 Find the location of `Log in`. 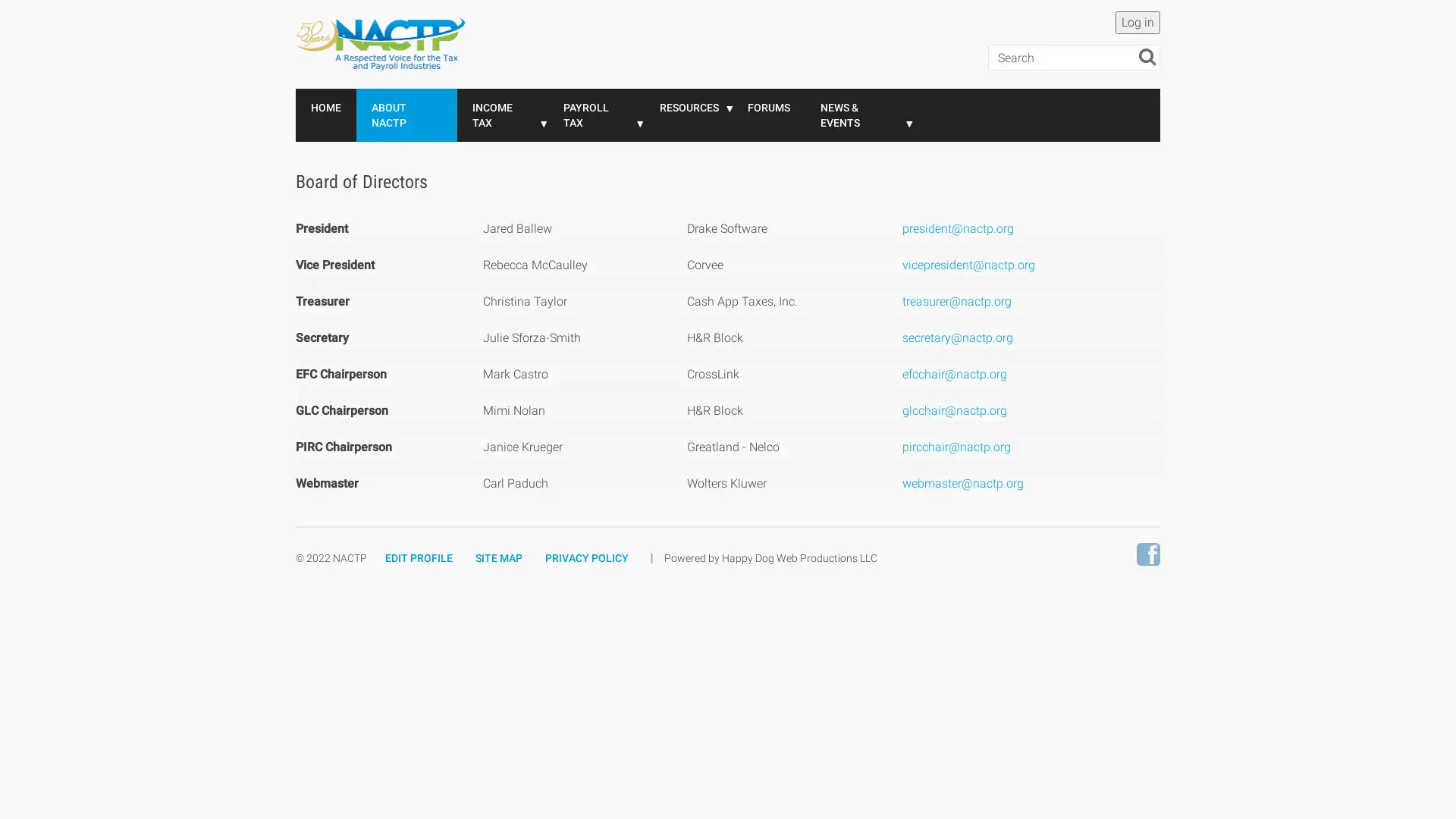

Log in is located at coordinates (1137, 23).